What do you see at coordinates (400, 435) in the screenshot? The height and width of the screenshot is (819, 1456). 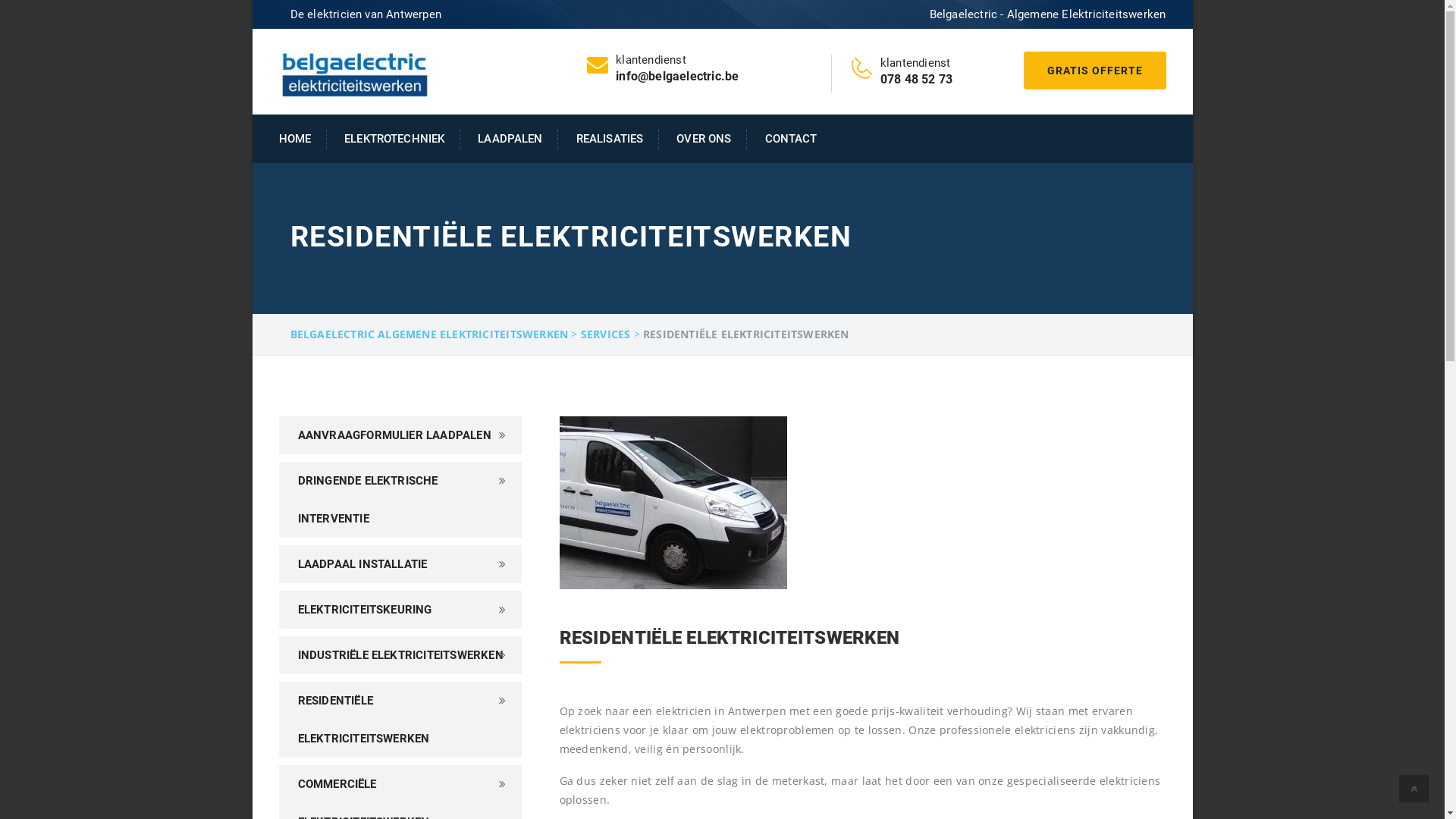 I see `'AANVRAAGFORMULIER LAADPALEN'` at bounding box center [400, 435].